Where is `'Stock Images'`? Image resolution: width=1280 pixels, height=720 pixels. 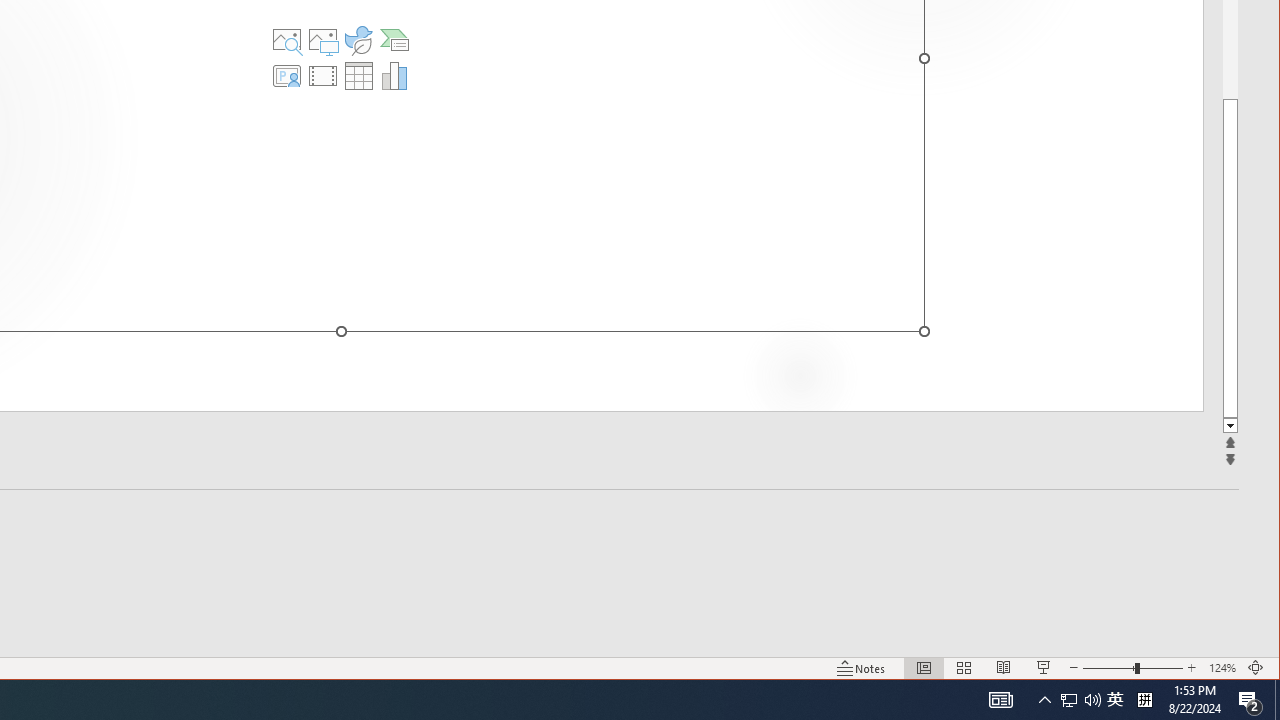 'Stock Images' is located at coordinates (286, 39).